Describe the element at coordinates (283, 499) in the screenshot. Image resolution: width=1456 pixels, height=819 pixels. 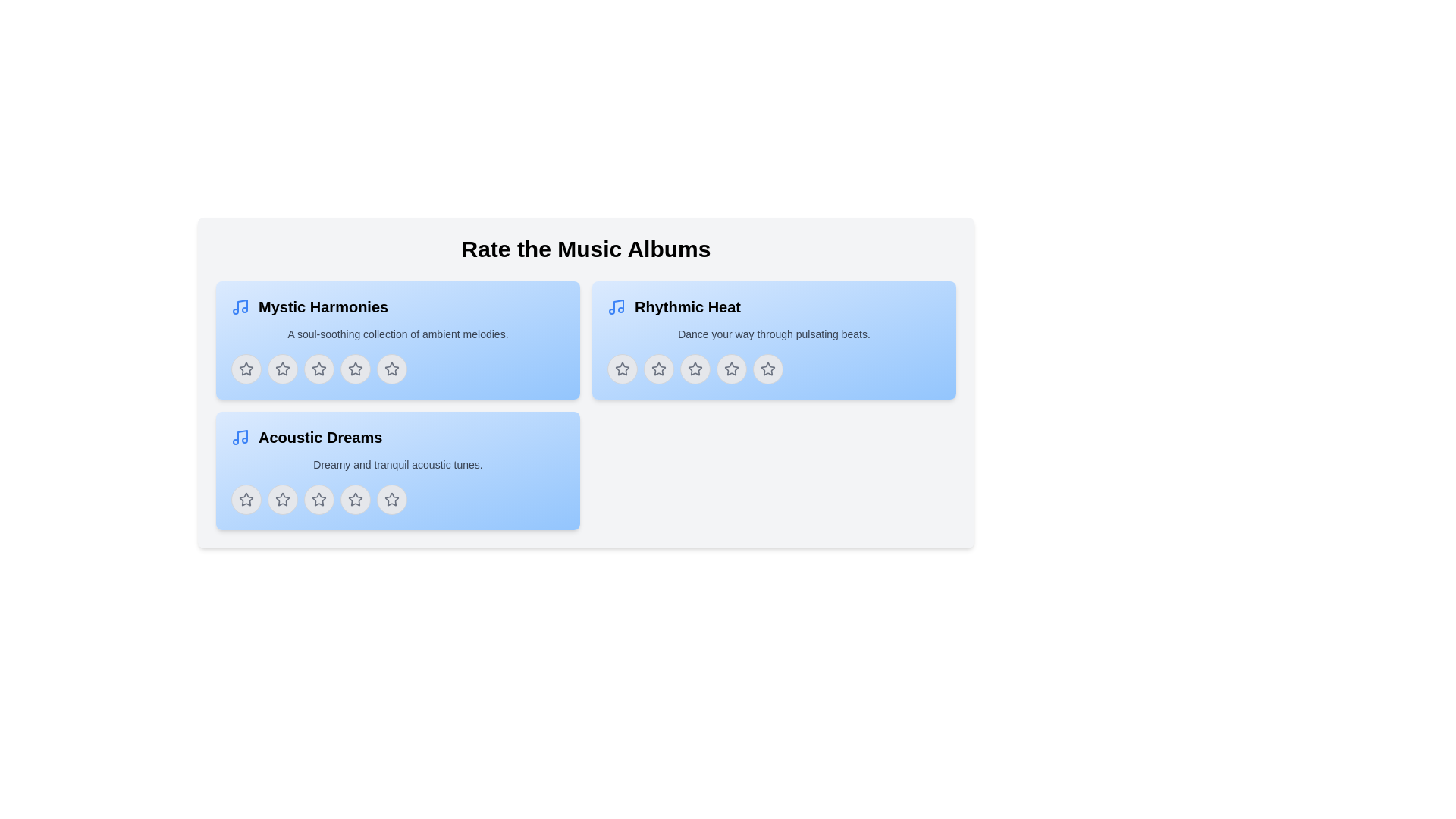
I see `the first rating star icon, which is a hollow star styled in a minimalistic line-drawn design, located below the 'Acoustic Dreams' music card` at that location.